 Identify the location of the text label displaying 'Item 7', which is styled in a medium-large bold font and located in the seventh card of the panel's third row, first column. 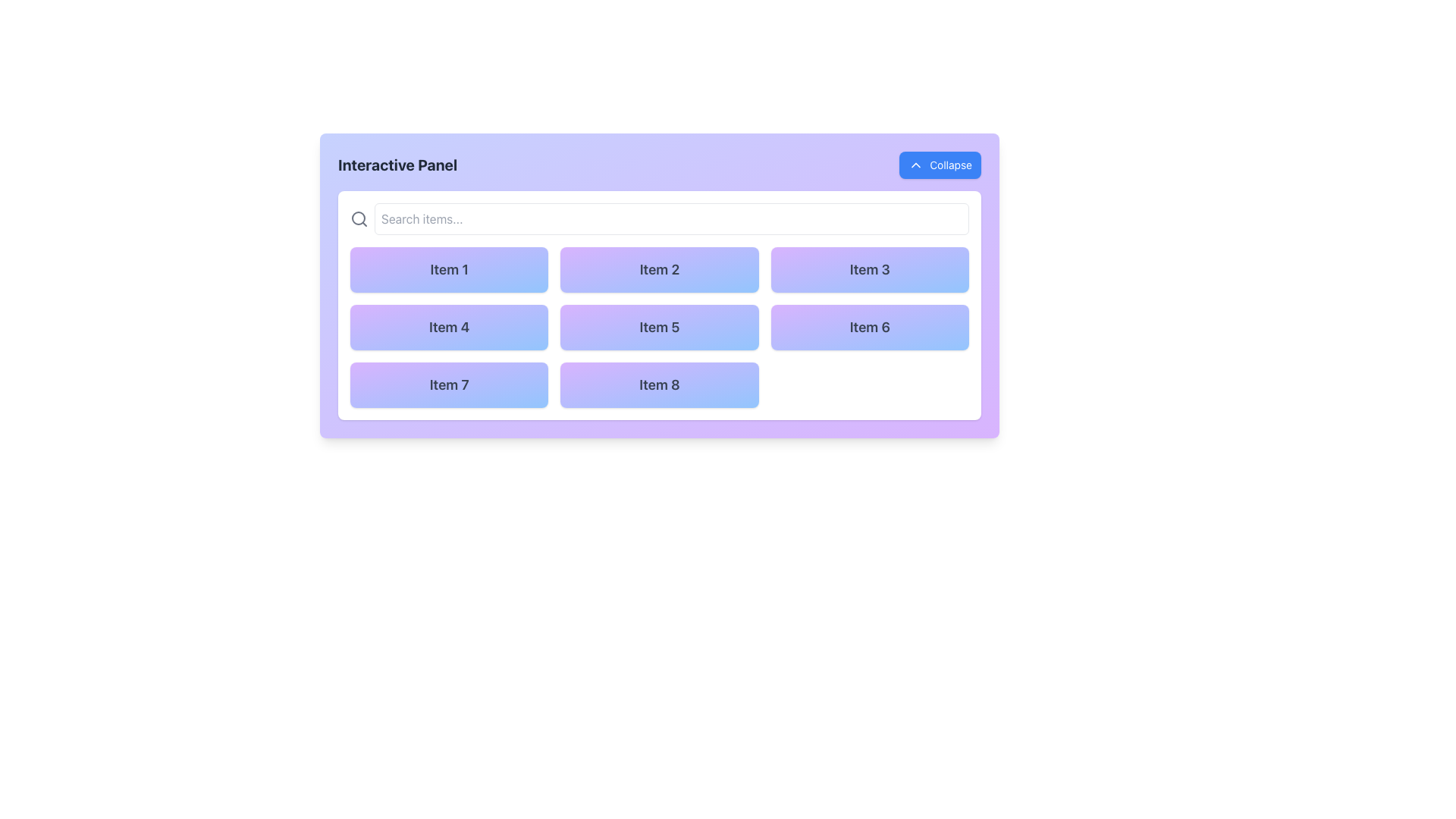
(448, 384).